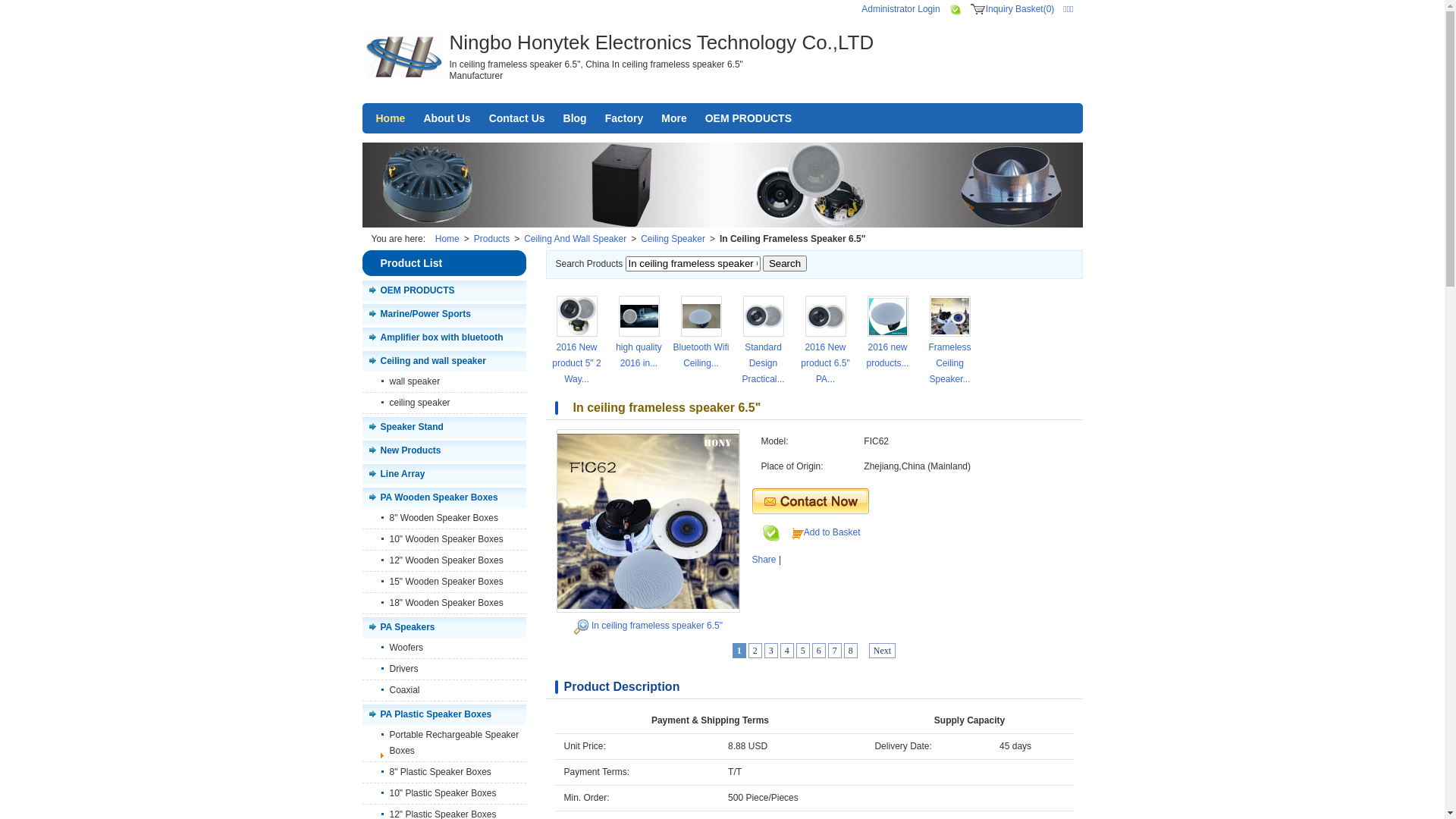 This screenshot has height=819, width=1456. Describe the element at coordinates (414, 117) in the screenshot. I see `'About Us'` at that location.